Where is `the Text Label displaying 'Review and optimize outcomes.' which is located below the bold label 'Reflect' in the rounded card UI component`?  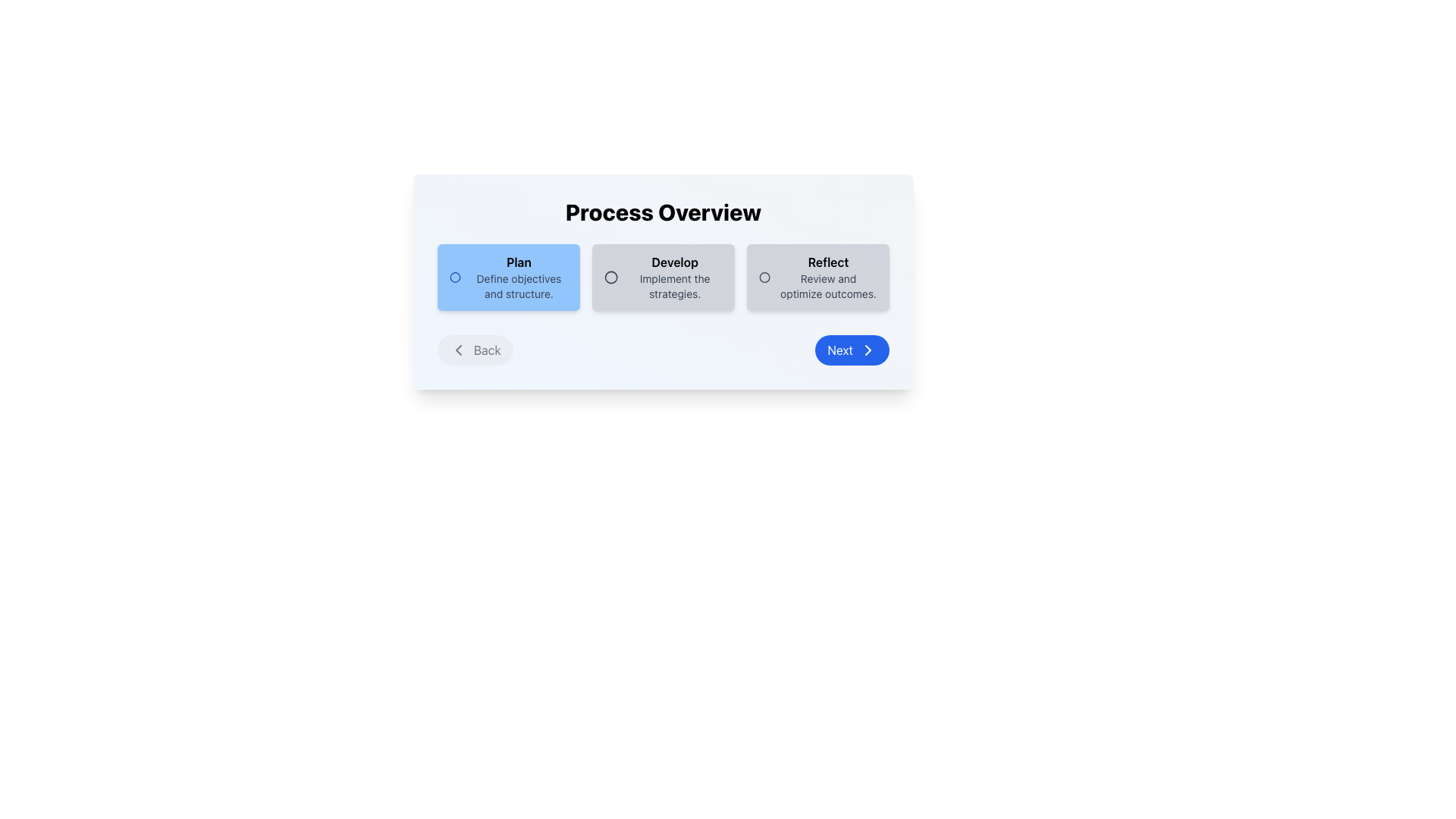 the Text Label displaying 'Review and optimize outcomes.' which is located below the bold label 'Reflect' in the rounded card UI component is located at coordinates (827, 287).